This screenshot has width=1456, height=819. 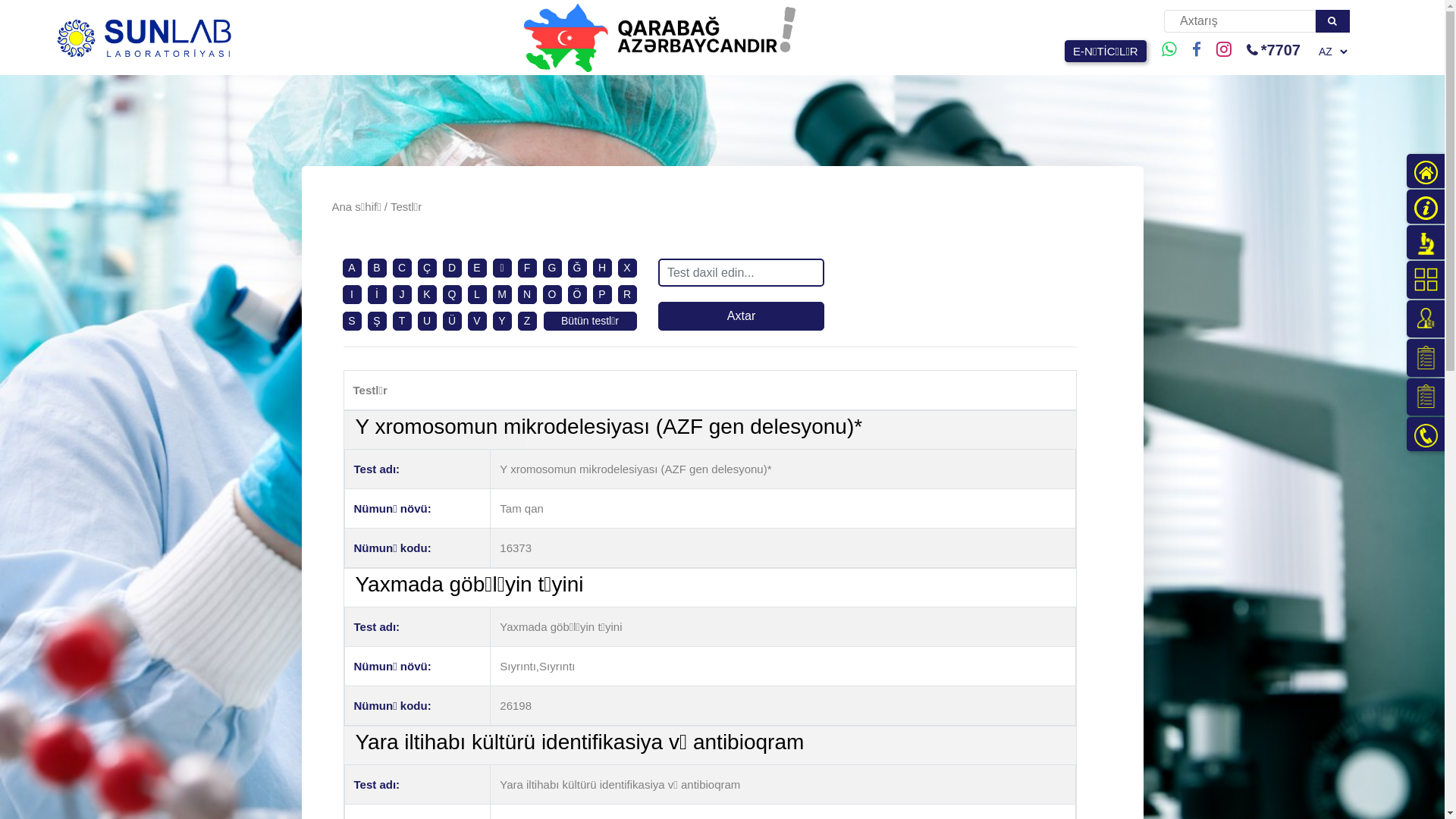 I want to click on 'U', so click(x=425, y=320).